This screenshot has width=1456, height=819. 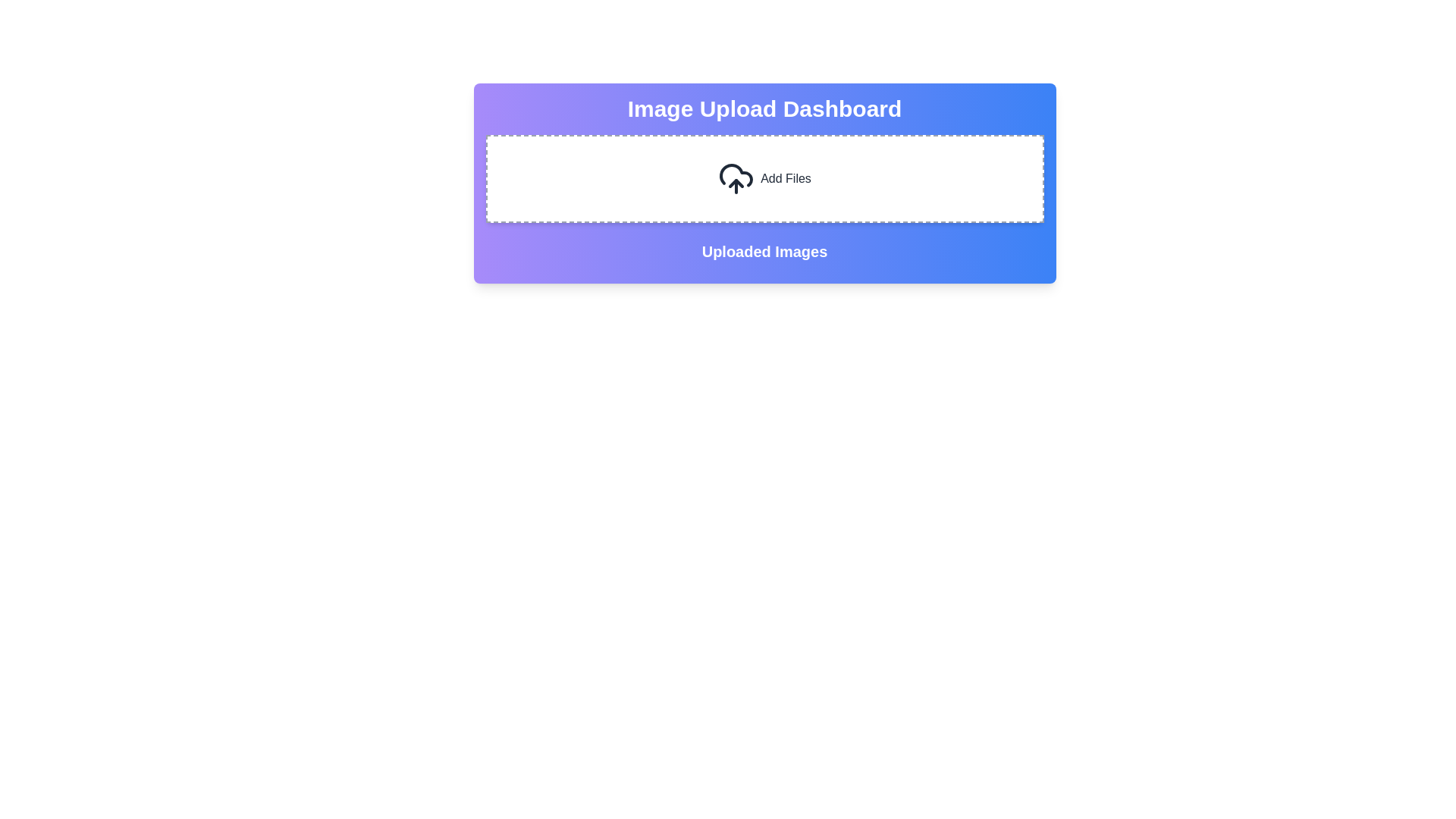 I want to click on the interactive file upload area located between 'Image Upload Dashboard' and 'Uploaded Images', so click(x=764, y=177).